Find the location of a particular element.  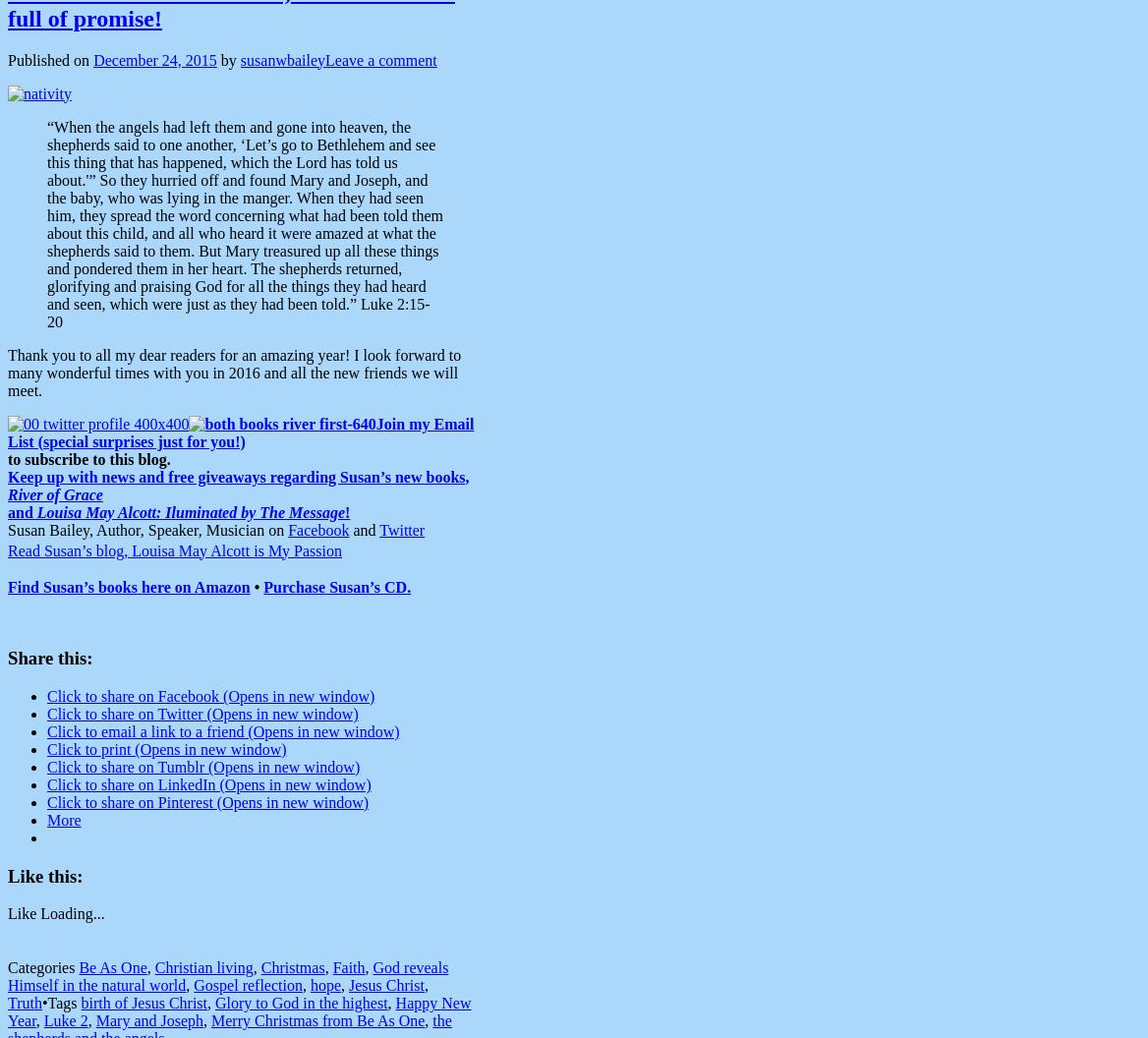

'Mary and Joseph' is located at coordinates (148, 1019).